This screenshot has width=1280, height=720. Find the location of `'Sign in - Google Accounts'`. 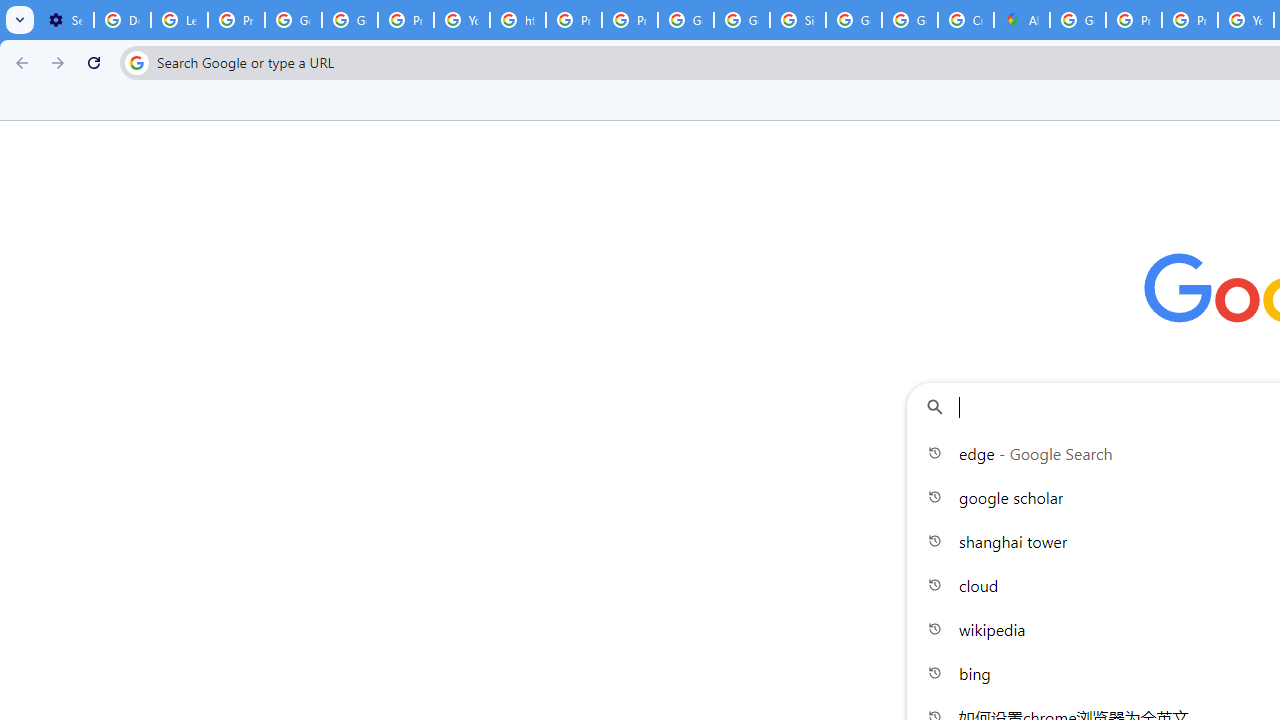

'Sign in - Google Accounts' is located at coordinates (797, 20).